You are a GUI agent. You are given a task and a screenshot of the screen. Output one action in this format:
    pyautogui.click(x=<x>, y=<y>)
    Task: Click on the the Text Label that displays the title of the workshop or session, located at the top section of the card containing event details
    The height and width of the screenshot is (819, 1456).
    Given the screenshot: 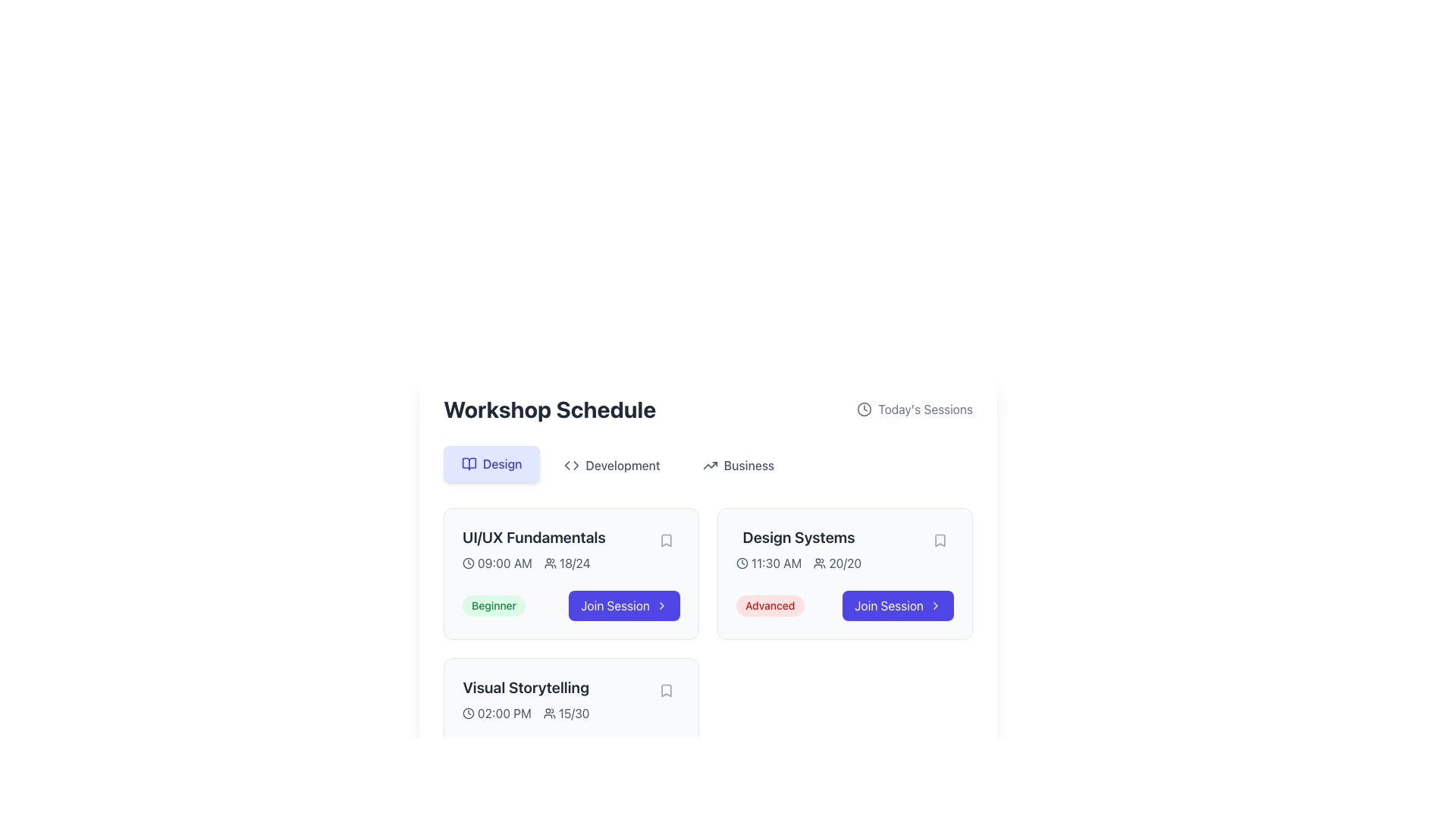 What is the action you would take?
    pyautogui.click(x=798, y=537)
    